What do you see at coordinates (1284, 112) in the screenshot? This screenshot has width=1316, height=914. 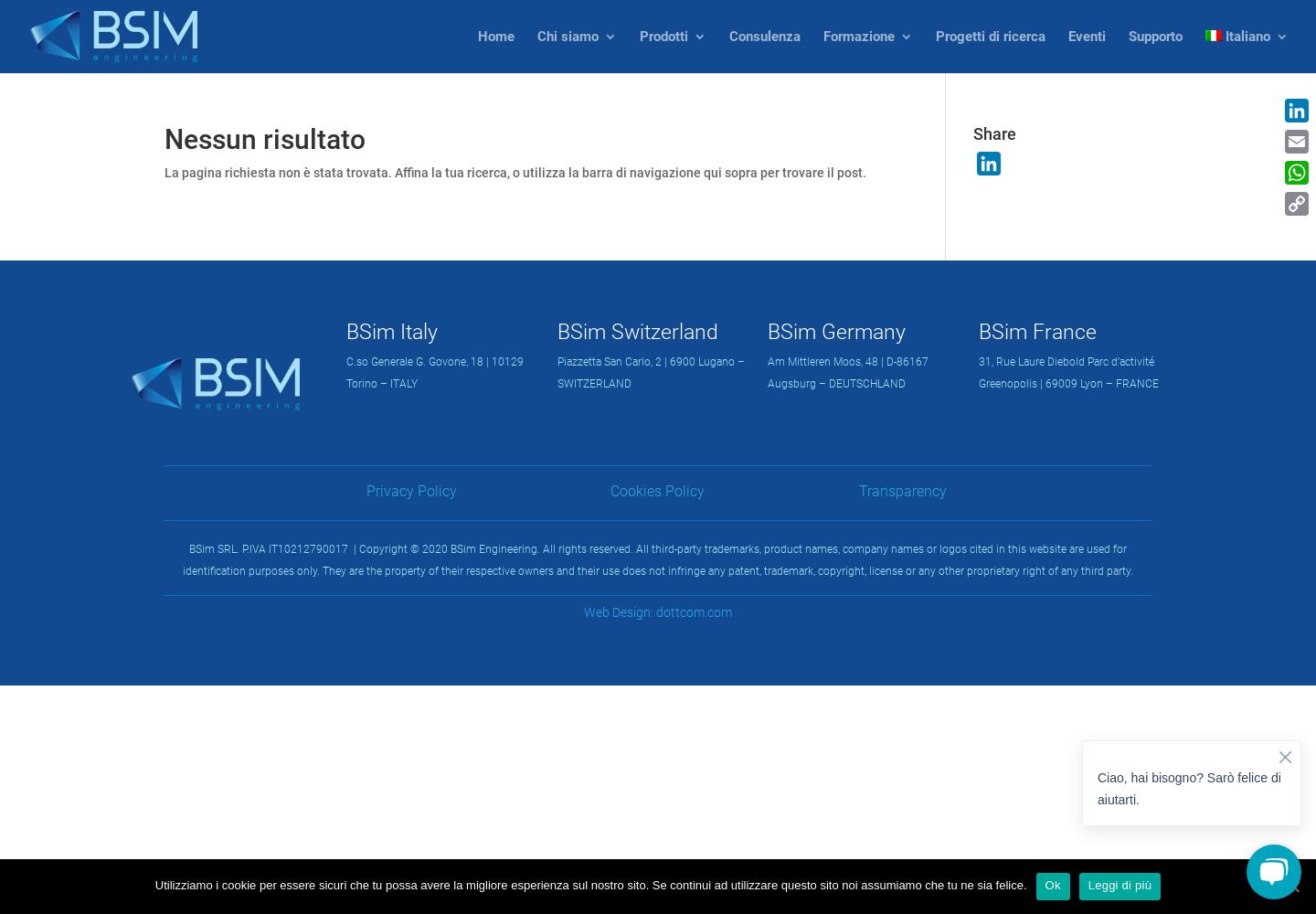 I see `'English'` at bounding box center [1284, 112].